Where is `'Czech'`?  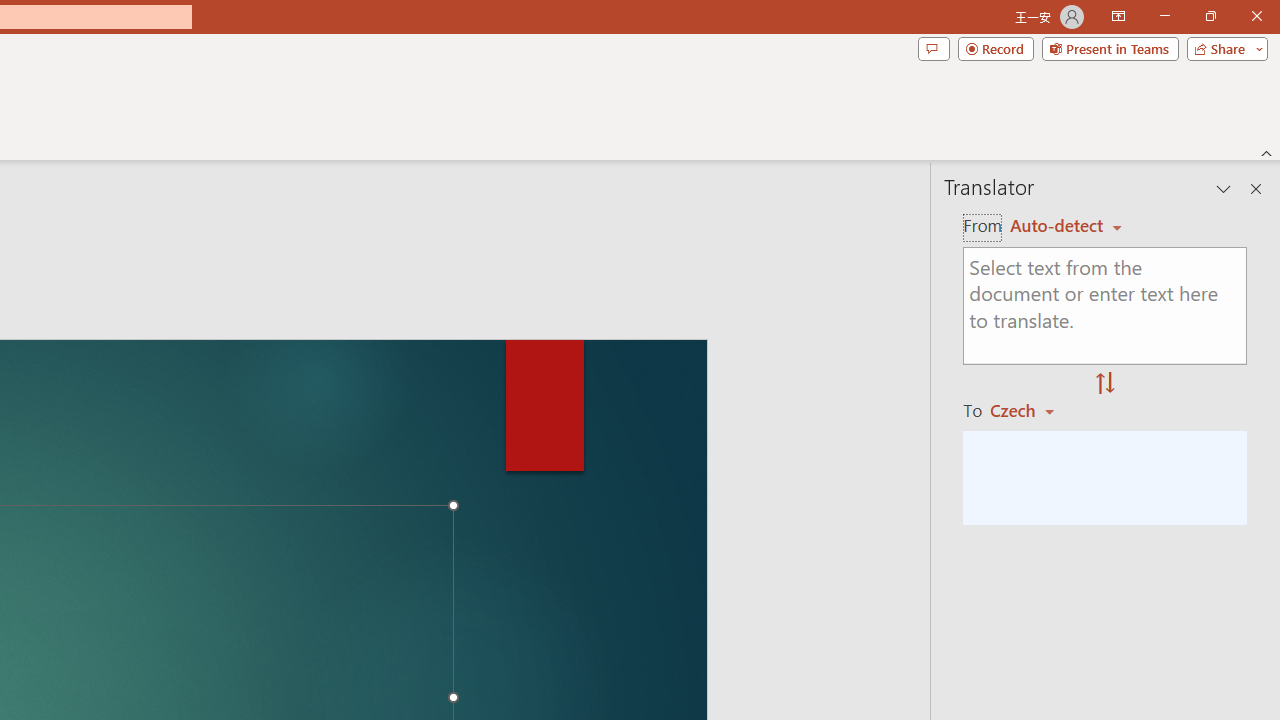
'Czech' is located at coordinates (1031, 409).